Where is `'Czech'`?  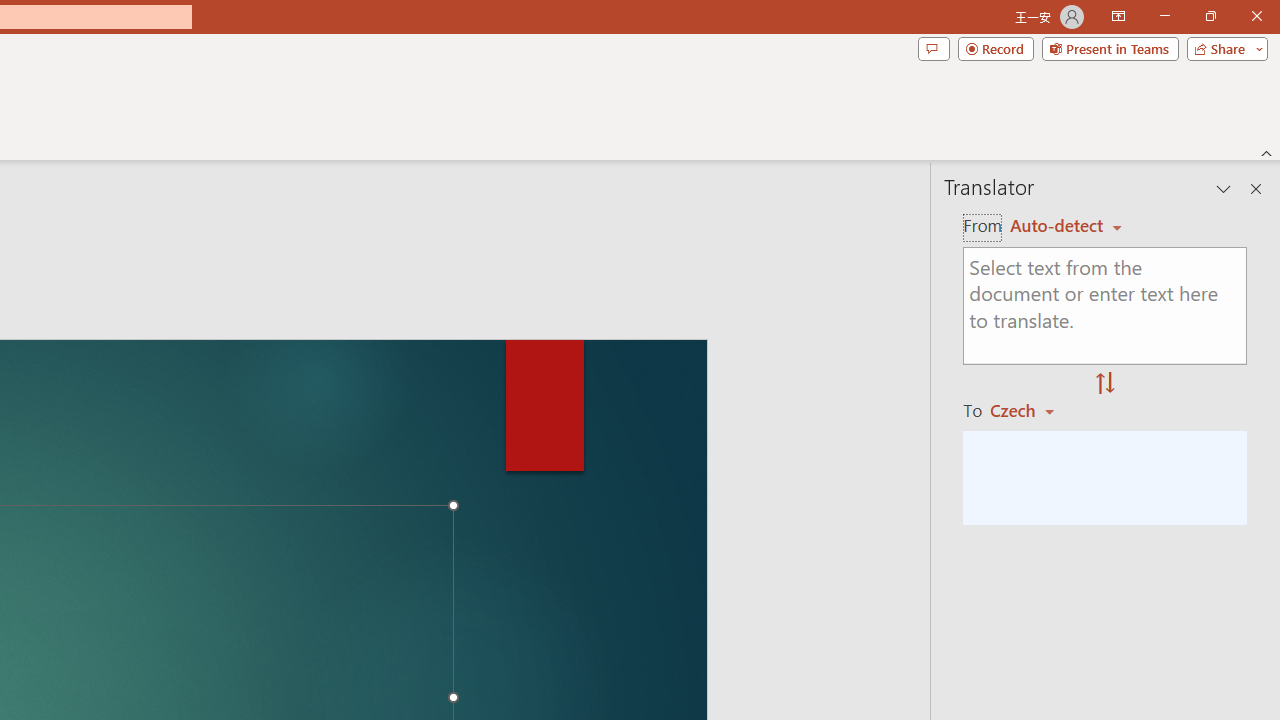
'Czech' is located at coordinates (1031, 409).